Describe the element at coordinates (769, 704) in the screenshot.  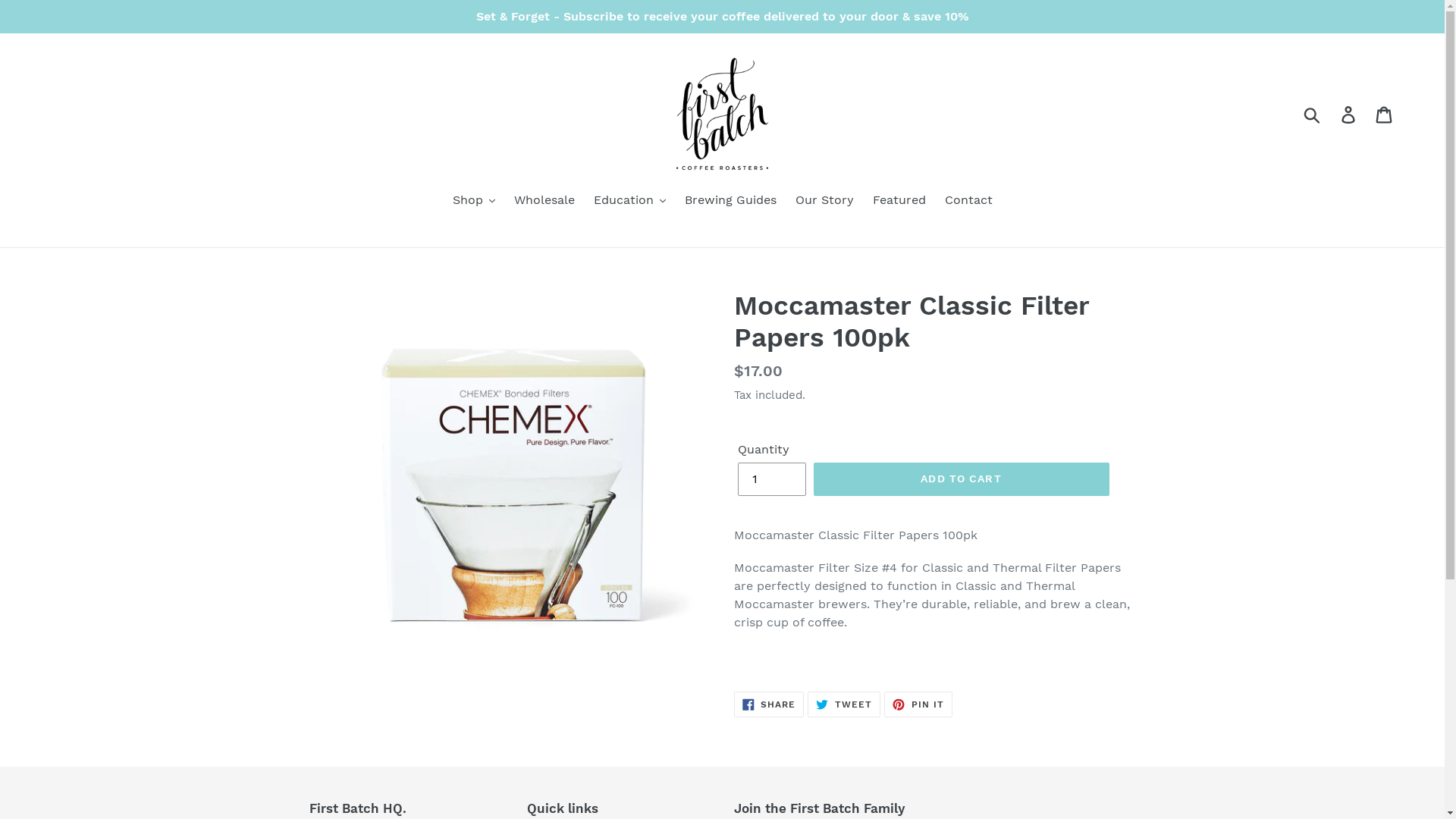
I see `'SHARE` at that location.